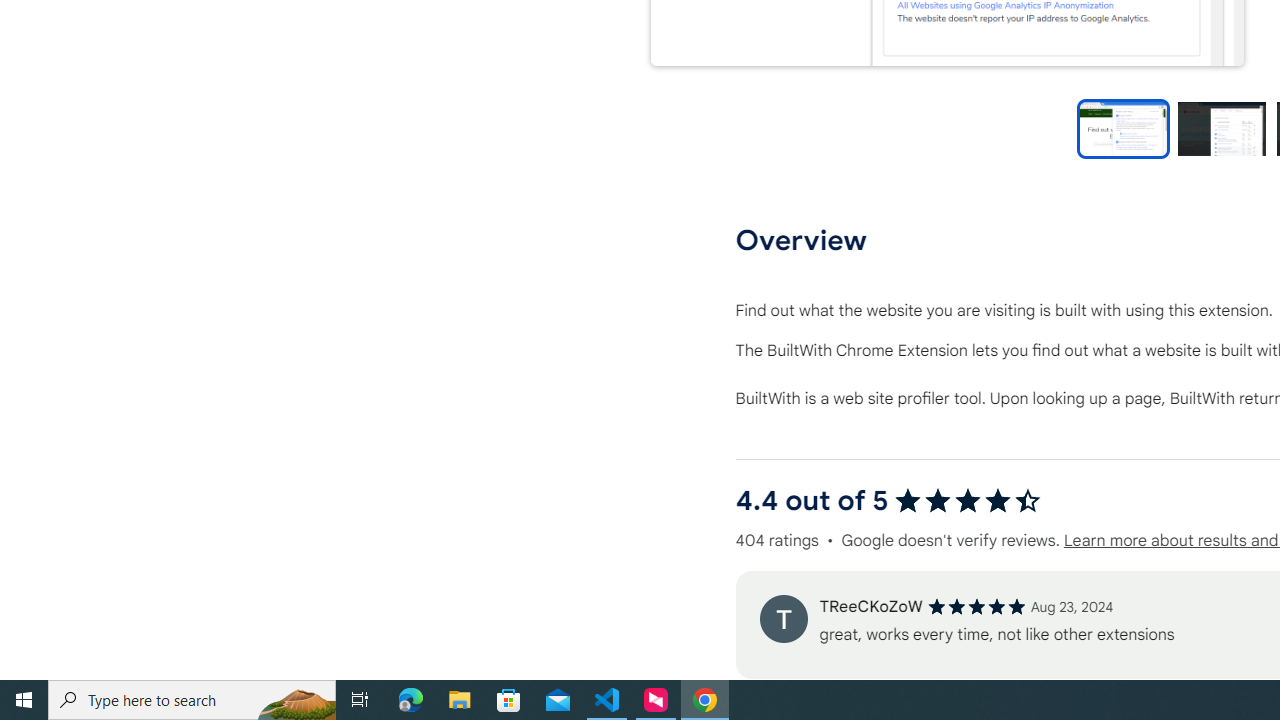  I want to click on 'Preview slide 1', so click(1123, 128).